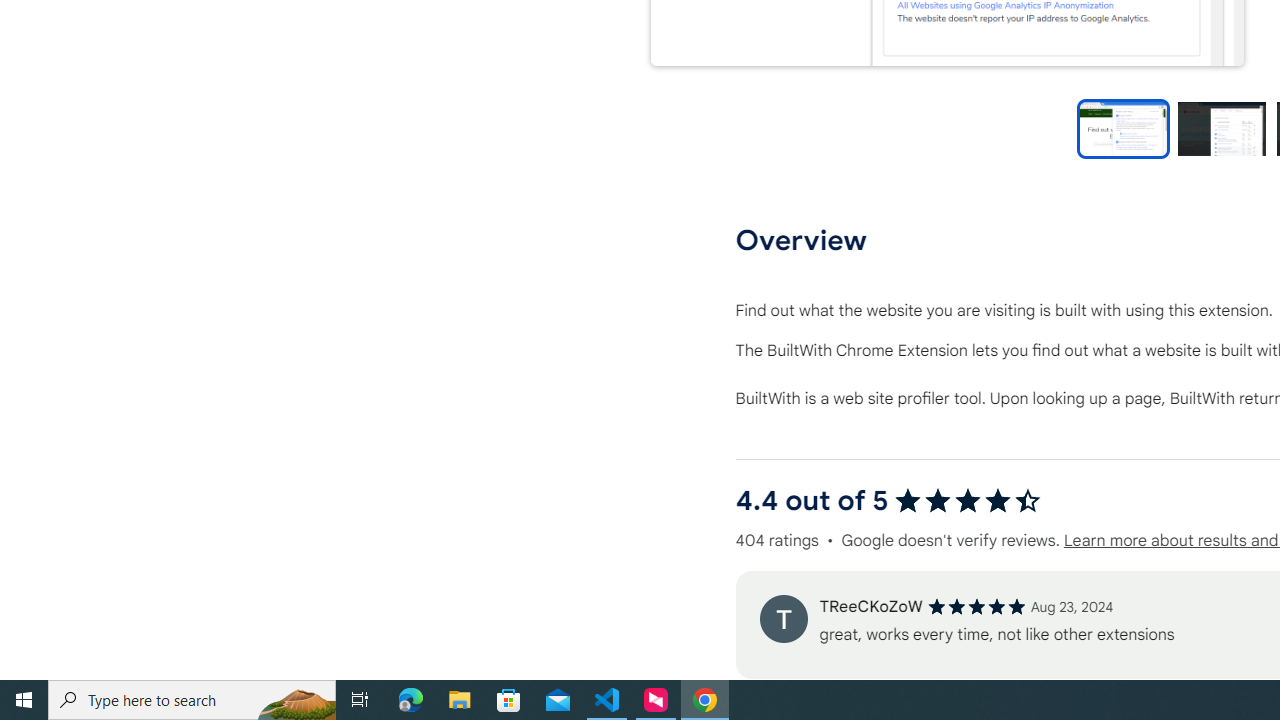  I want to click on 'Preview slide 1', so click(1123, 128).